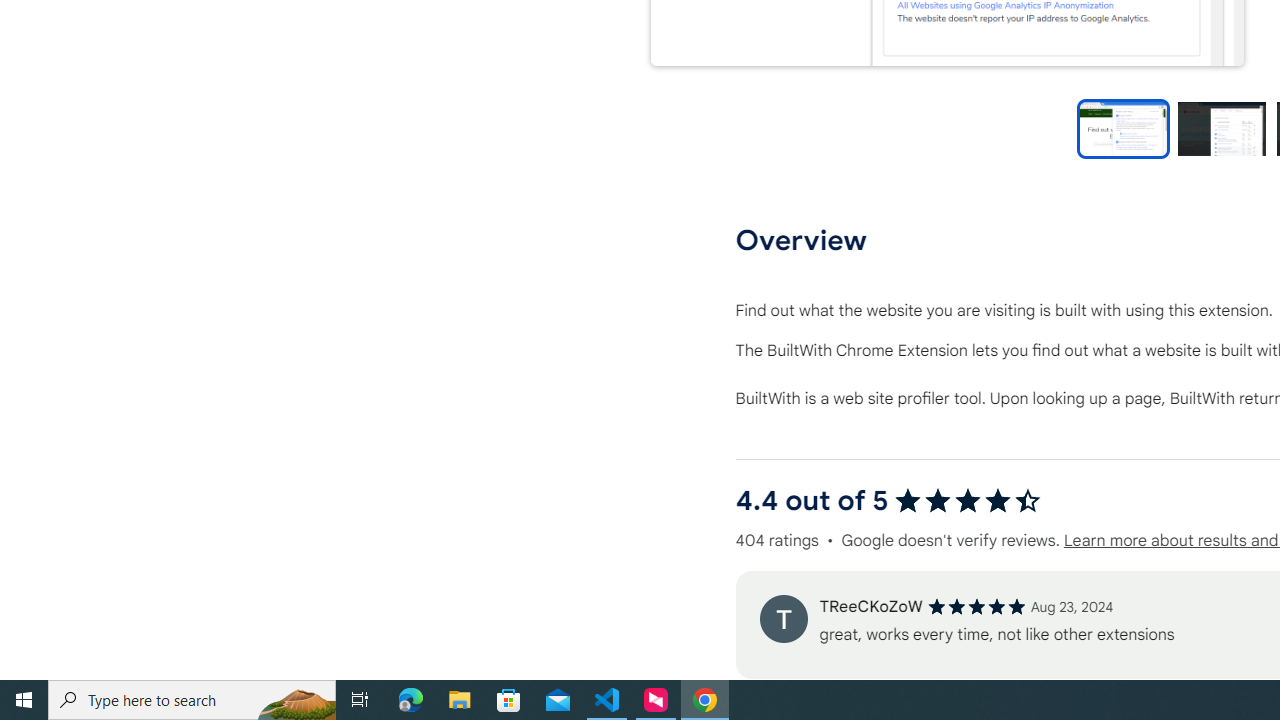  I want to click on 'Preview slide 1', so click(1123, 128).